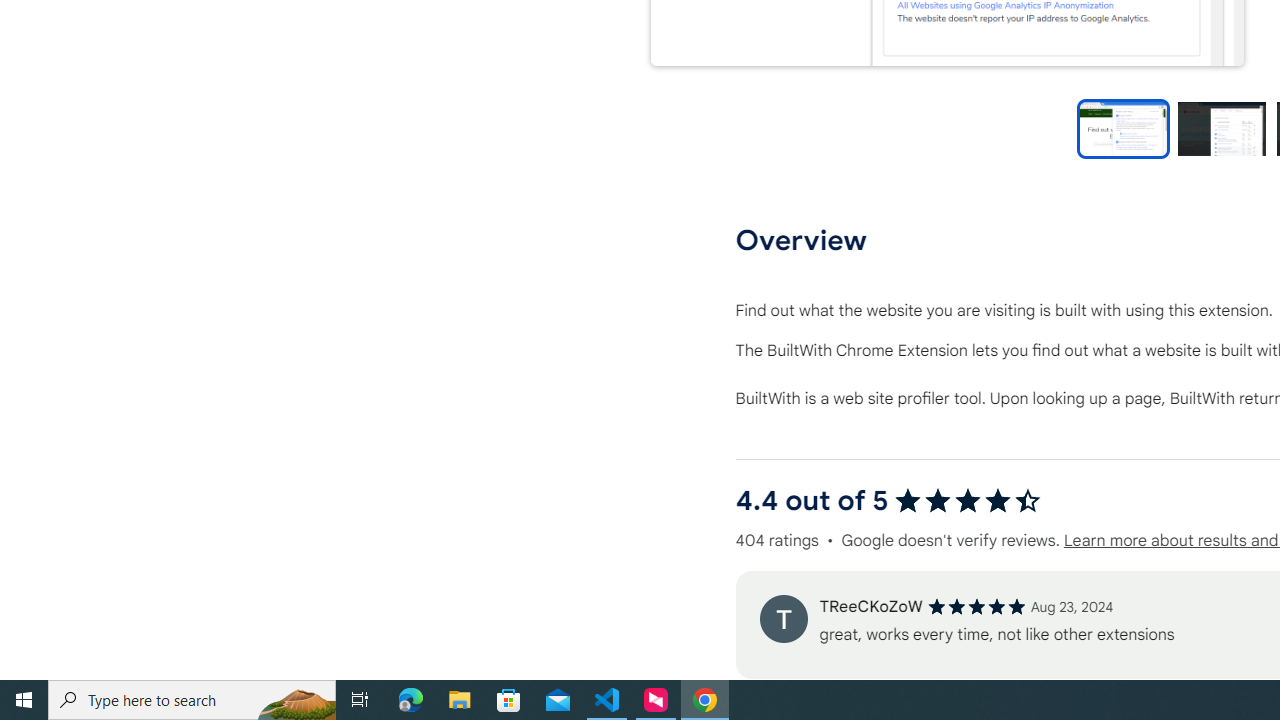  I want to click on 'Preview slide 1', so click(1123, 128).